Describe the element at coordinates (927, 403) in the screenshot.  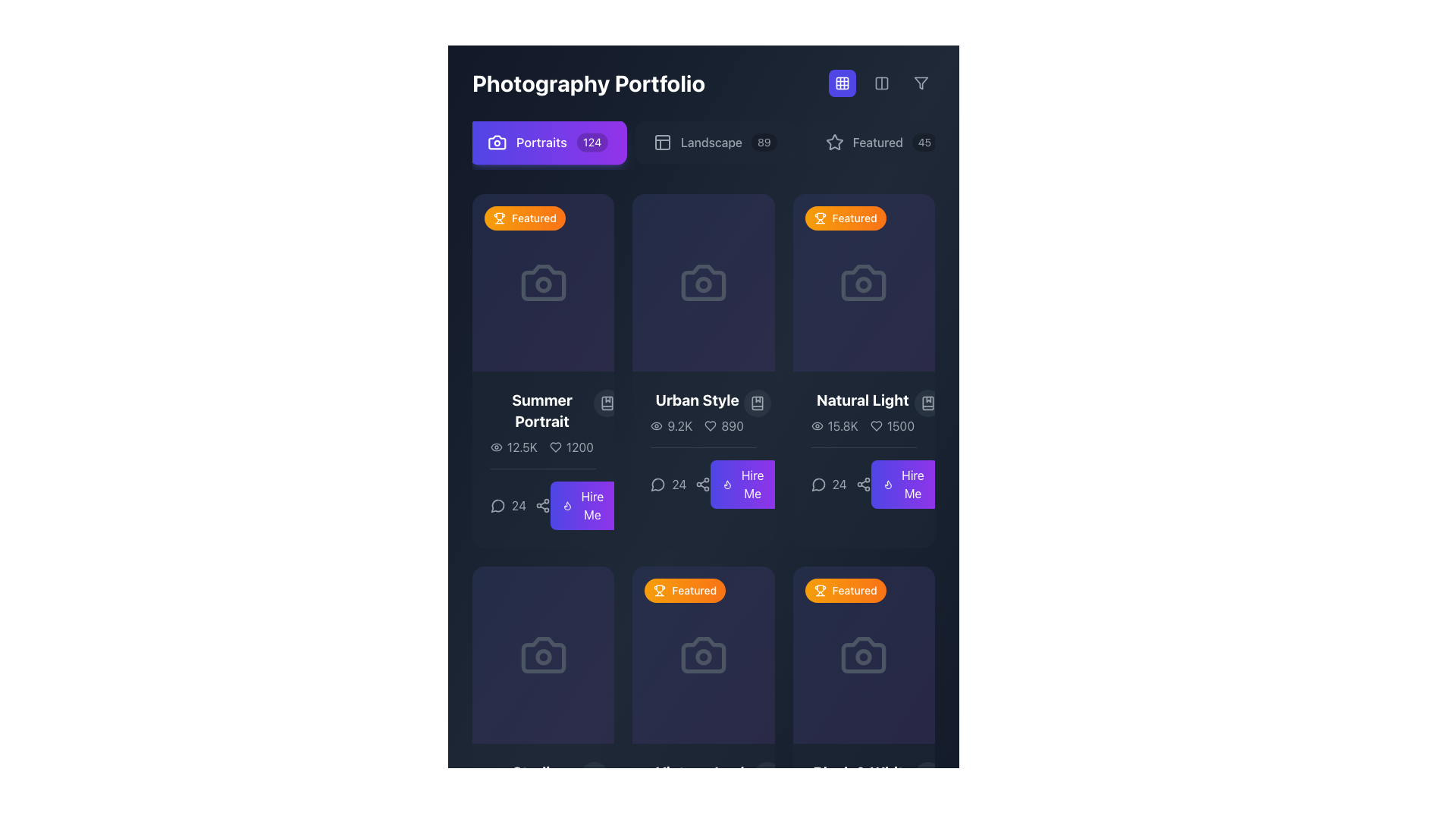
I see `the circular button with a semi-transparent gray background and a book icon located in the top-right corner of the 'Natural Light' content block` at that location.